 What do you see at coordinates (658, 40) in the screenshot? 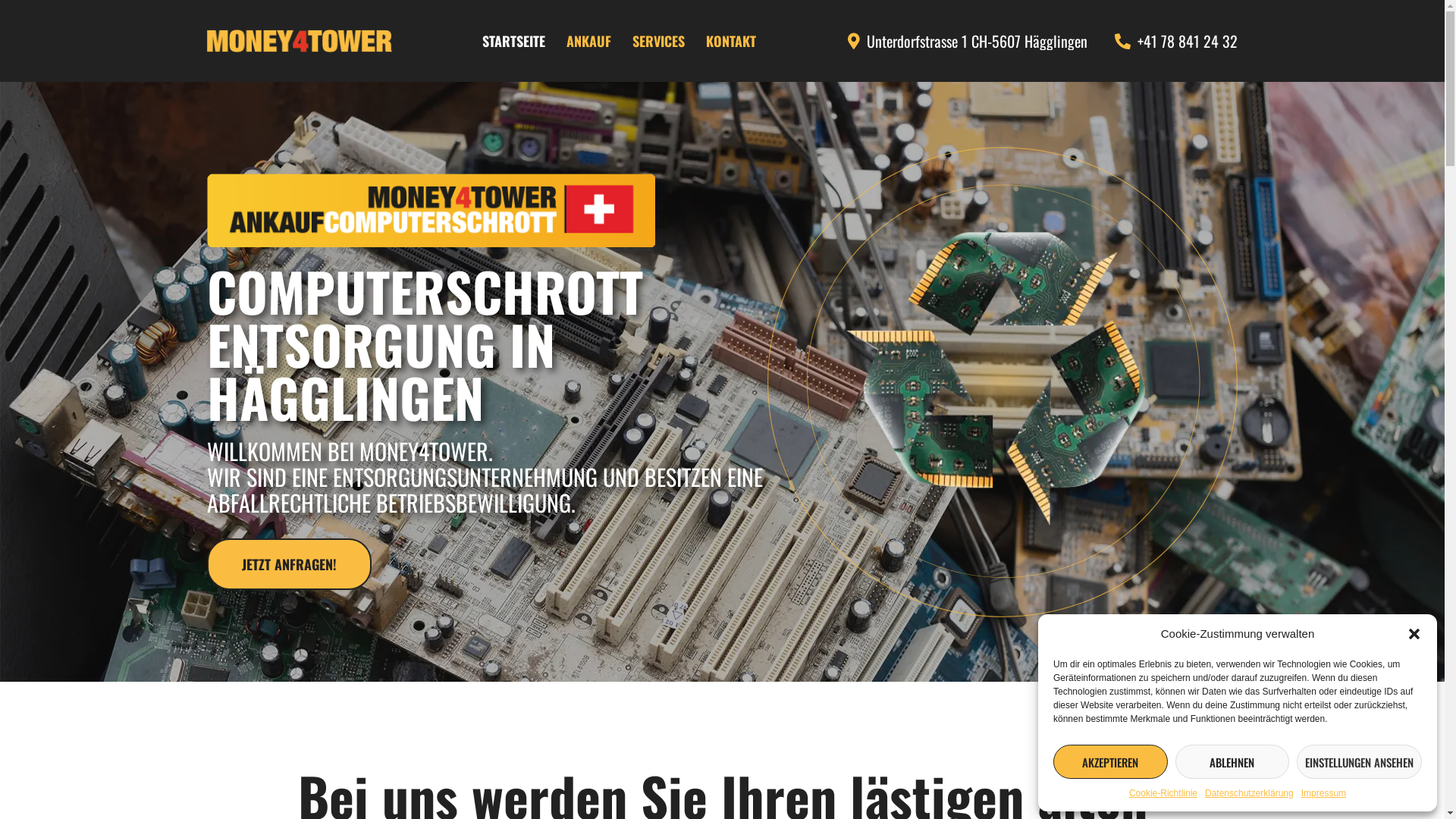
I see `'SERVICES'` at bounding box center [658, 40].